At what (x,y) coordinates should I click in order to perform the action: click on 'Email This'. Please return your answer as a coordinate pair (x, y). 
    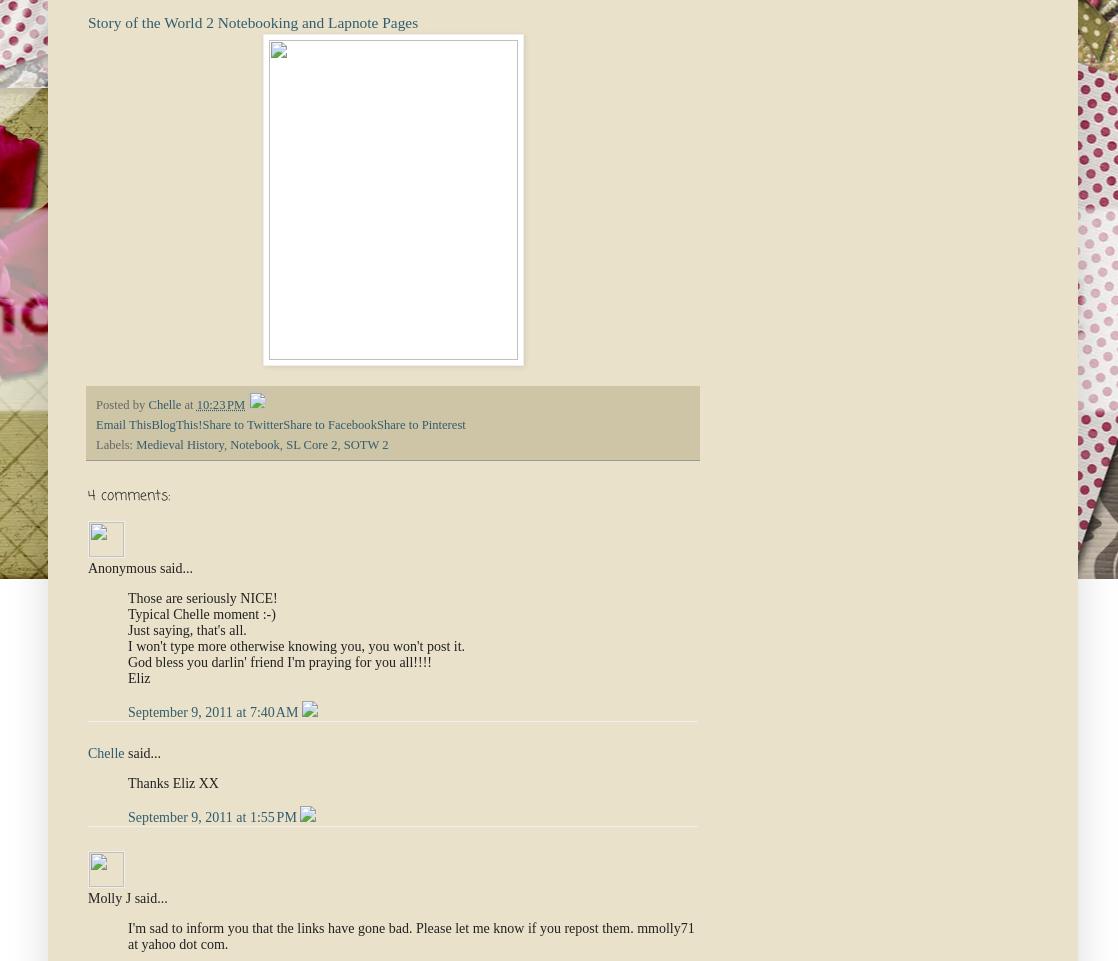
    Looking at the image, I should click on (123, 423).